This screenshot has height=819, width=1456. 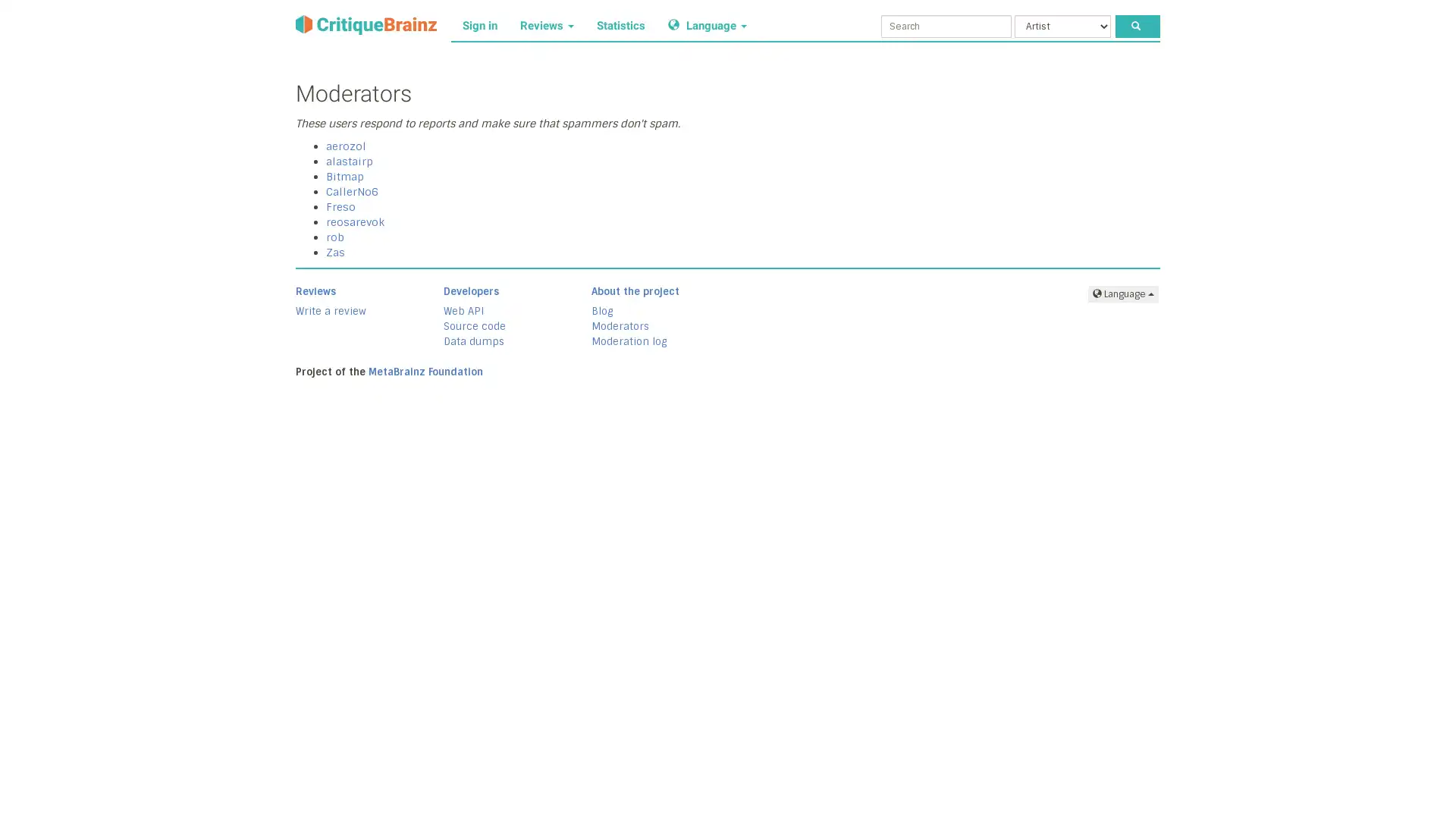 I want to click on Language, so click(x=1123, y=293).